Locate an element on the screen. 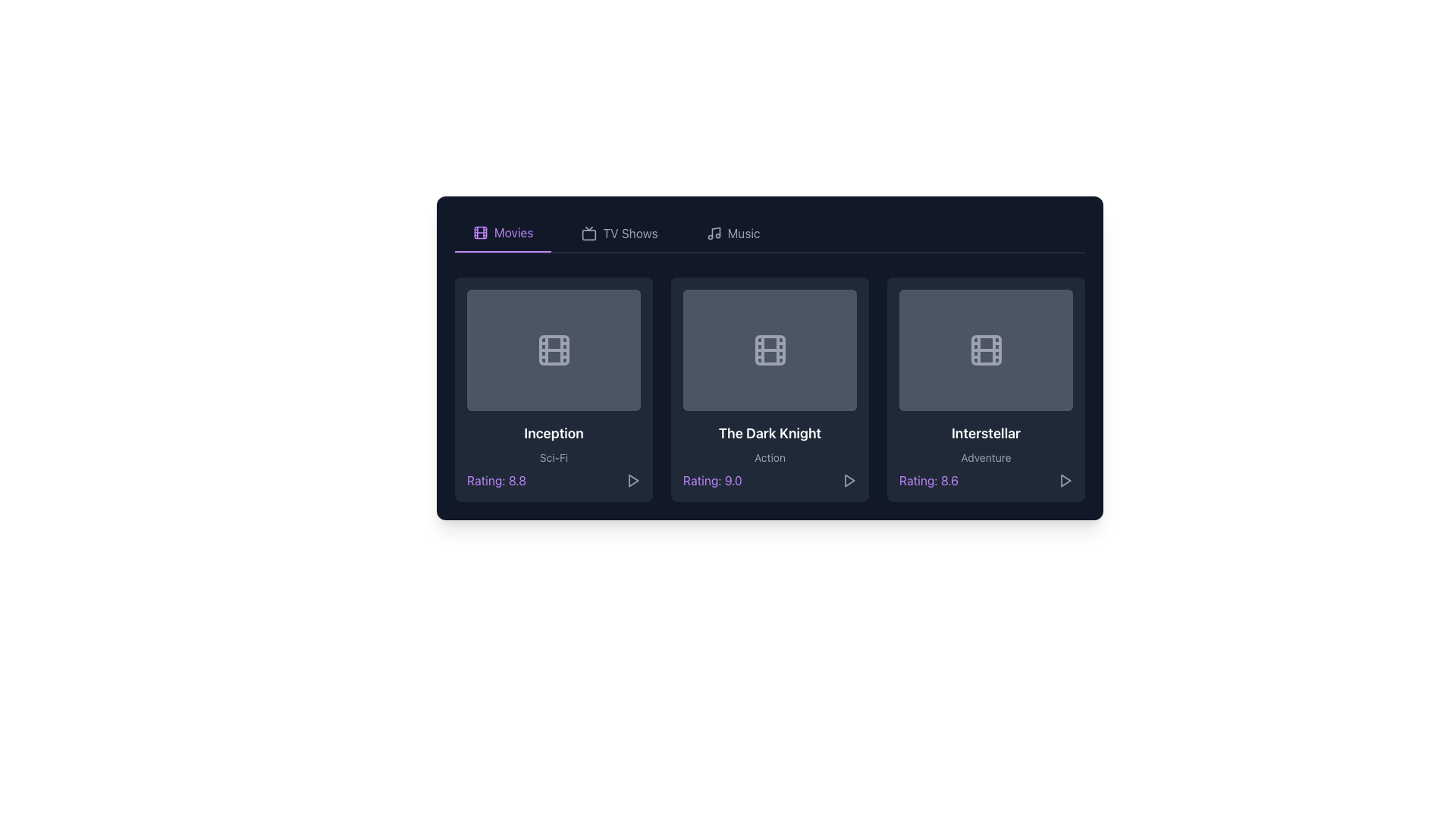 The width and height of the screenshot is (1456, 819). the informative tile representing the movie 'The Dark Knight', which is the second tile in the grid layout between 'Inception' and 'Interstellar' is located at coordinates (770, 388).